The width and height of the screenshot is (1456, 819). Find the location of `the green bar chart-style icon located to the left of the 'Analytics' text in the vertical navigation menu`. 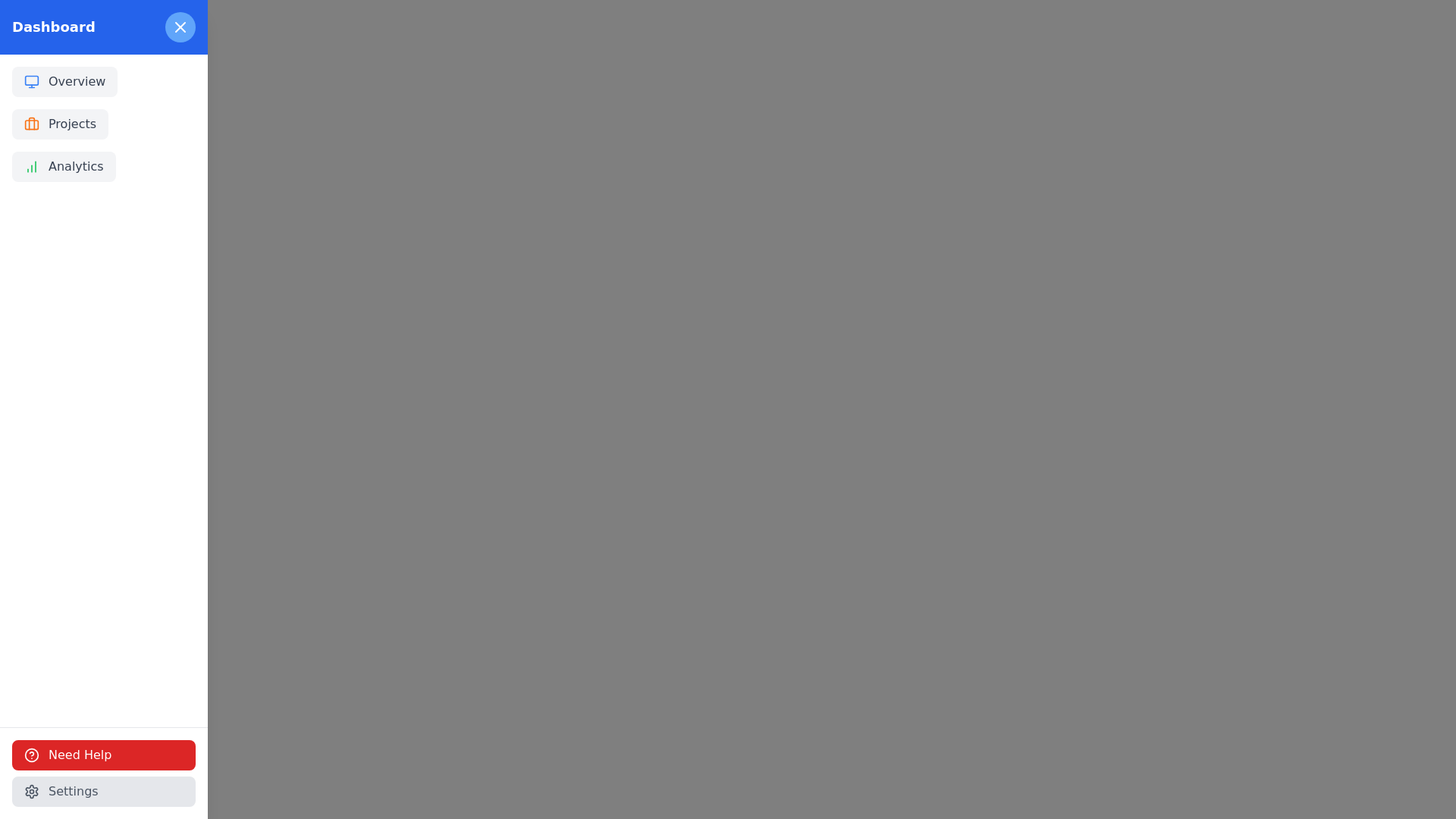

the green bar chart-style icon located to the left of the 'Analytics' text in the vertical navigation menu is located at coordinates (32, 166).